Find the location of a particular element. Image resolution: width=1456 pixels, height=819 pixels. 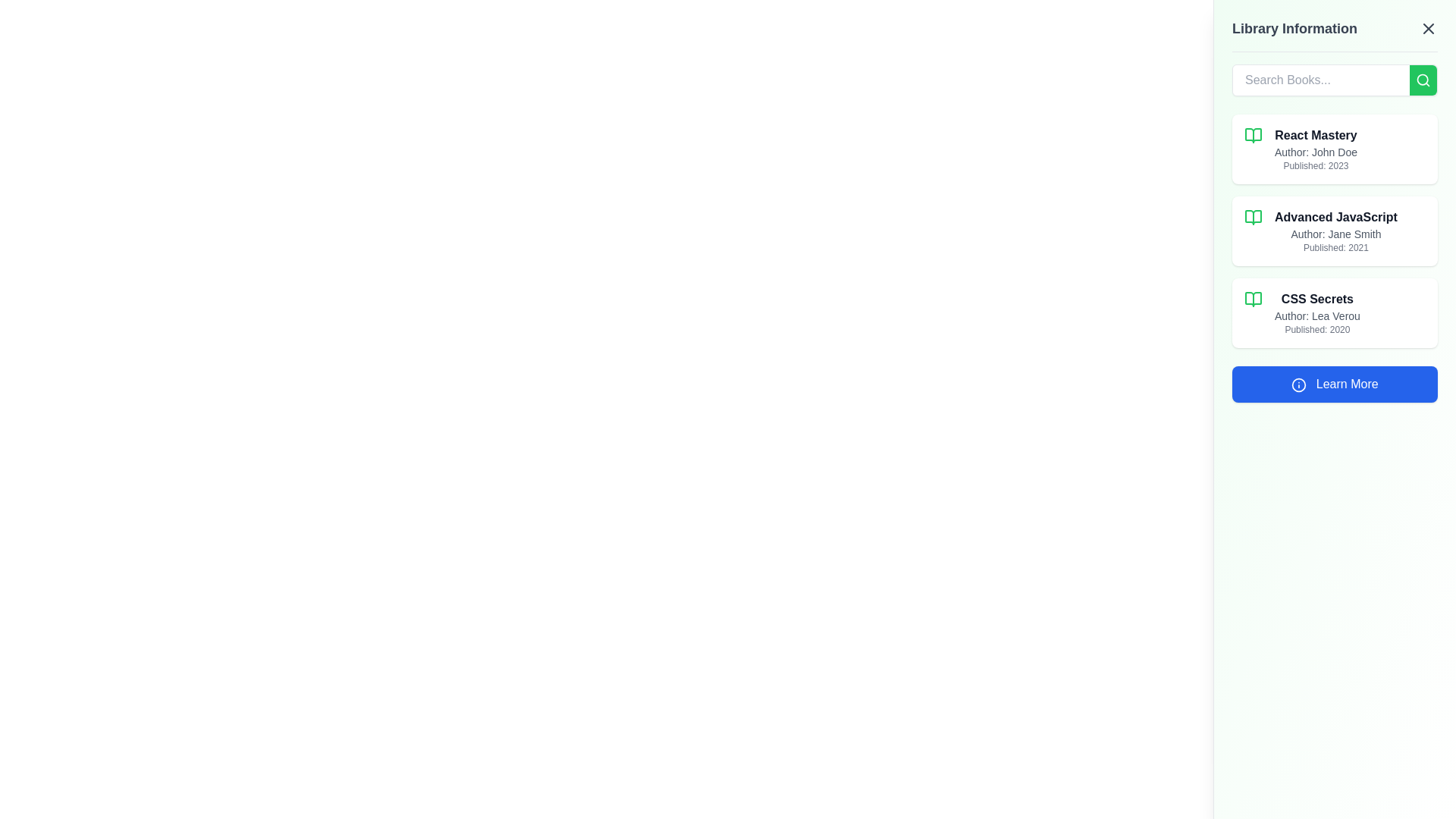

the blue rectangular button labeled 'Learn More' located at the bottom of the side panel below 'CSS Secrets' is located at coordinates (1335, 383).